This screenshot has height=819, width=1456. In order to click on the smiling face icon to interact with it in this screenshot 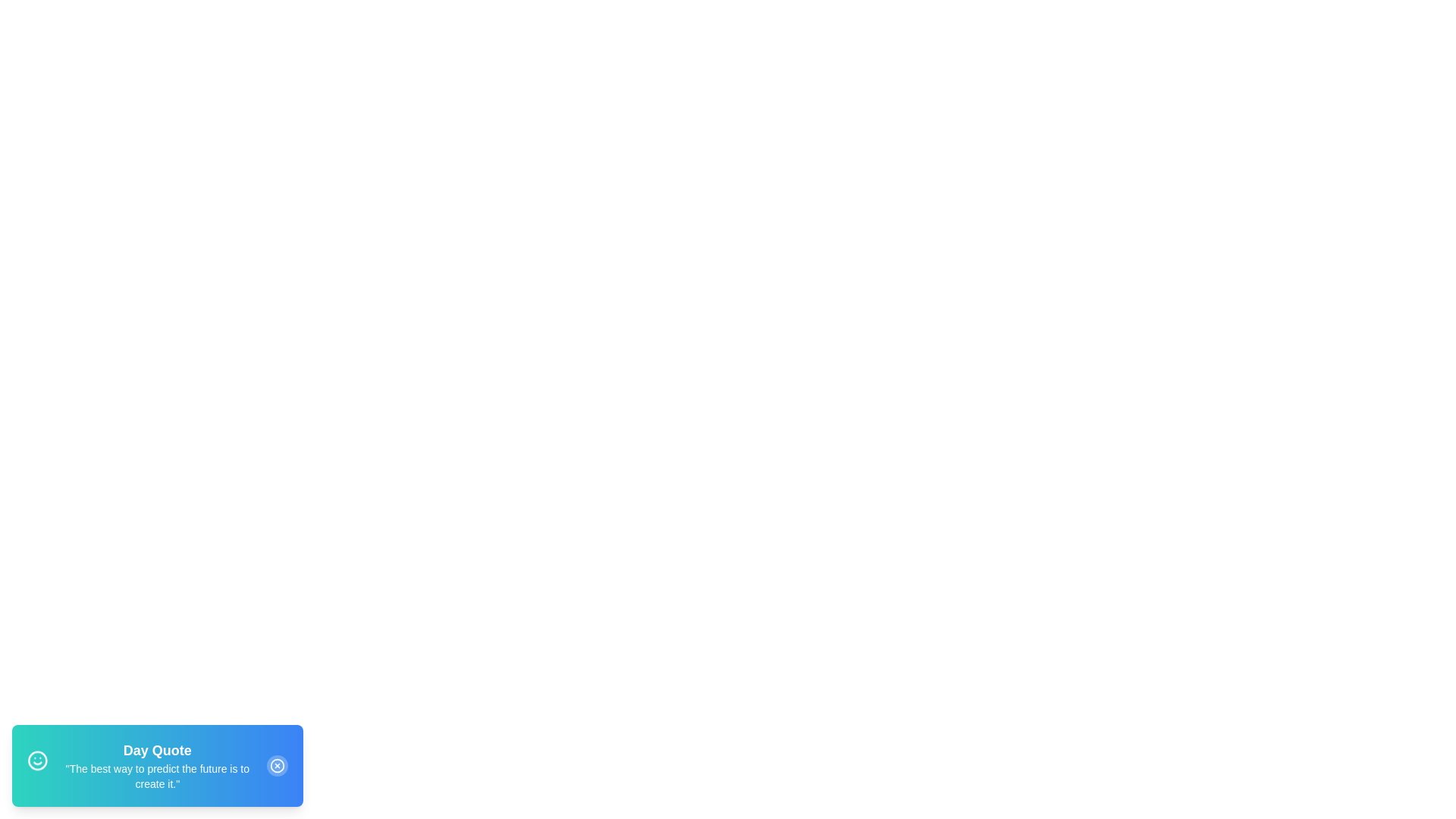, I will do `click(37, 763)`.